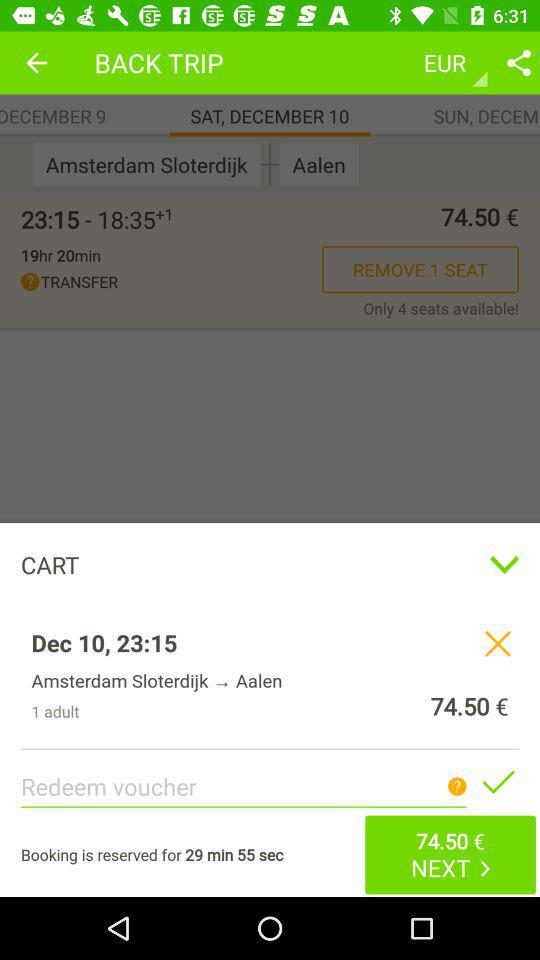 This screenshot has height=960, width=540. I want to click on remove order, so click(496, 642).